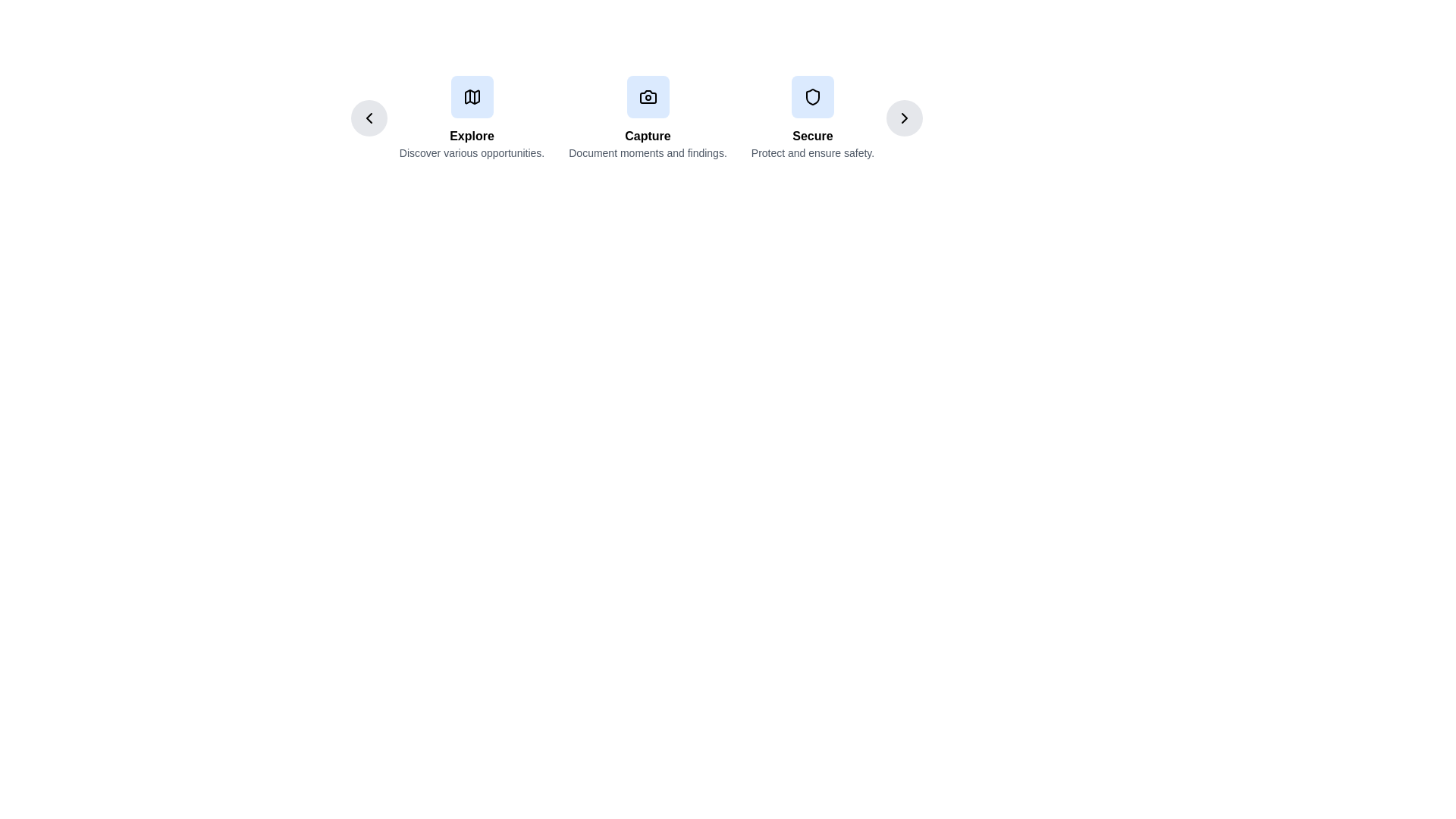  I want to click on the SVG Icon indicating an interactive mechanism for navigation located near the right edge of the interface adjacent to the 'Secure' label, so click(905, 117).